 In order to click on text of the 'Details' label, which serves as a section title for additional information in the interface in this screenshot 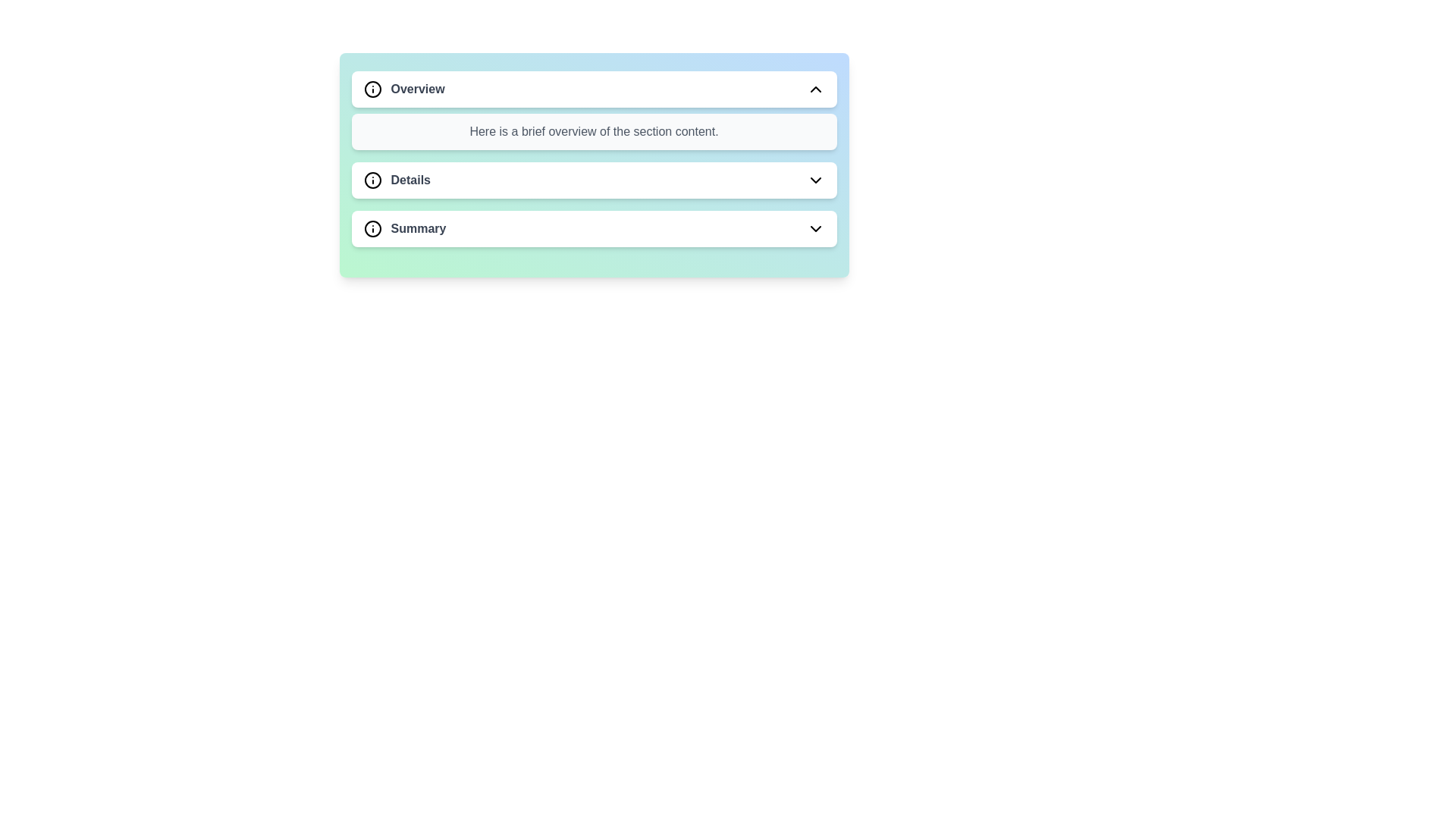, I will do `click(410, 180)`.